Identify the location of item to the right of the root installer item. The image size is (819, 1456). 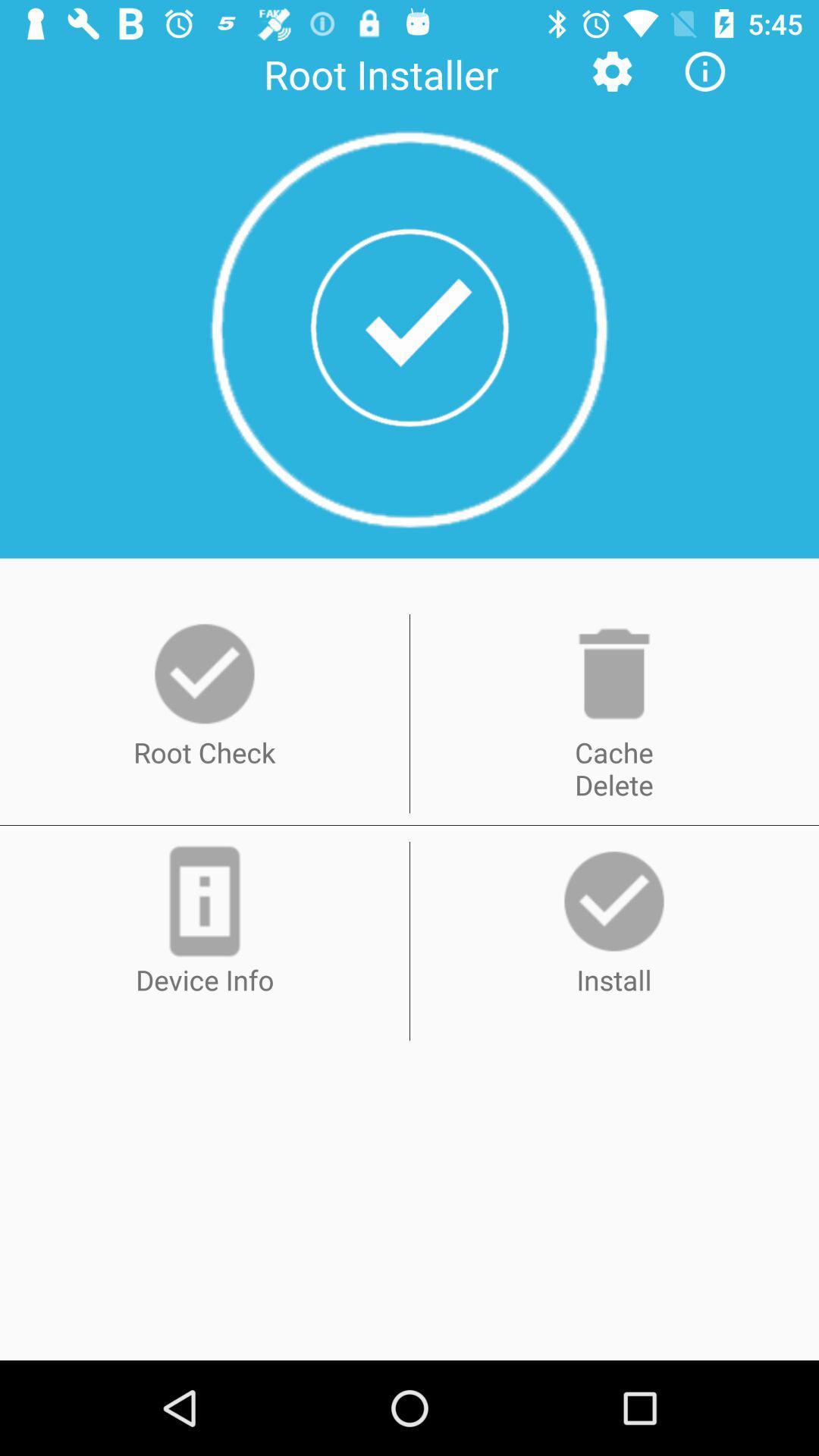
(611, 71).